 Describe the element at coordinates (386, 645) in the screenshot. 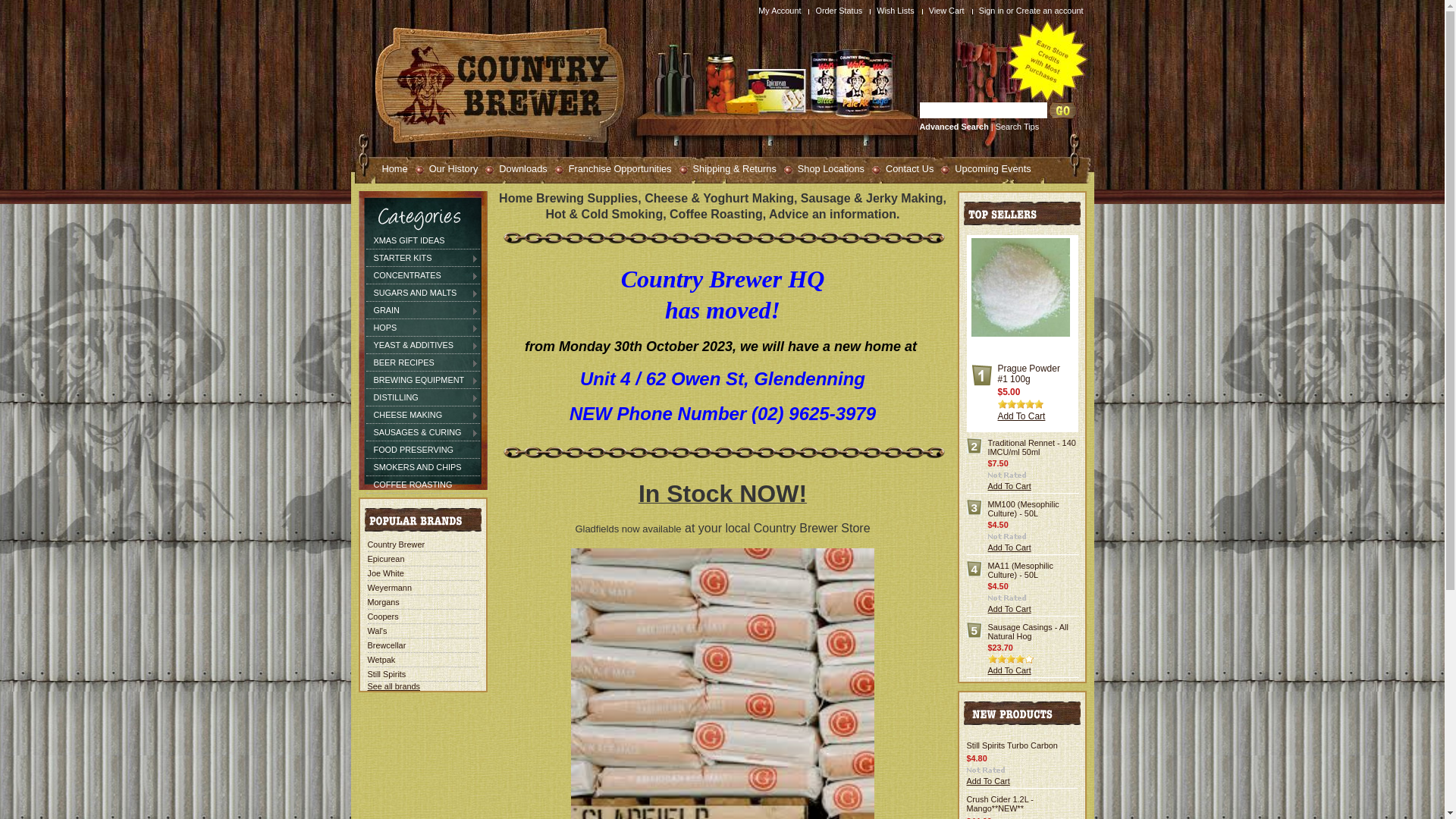

I see `'Brewcellar'` at that location.